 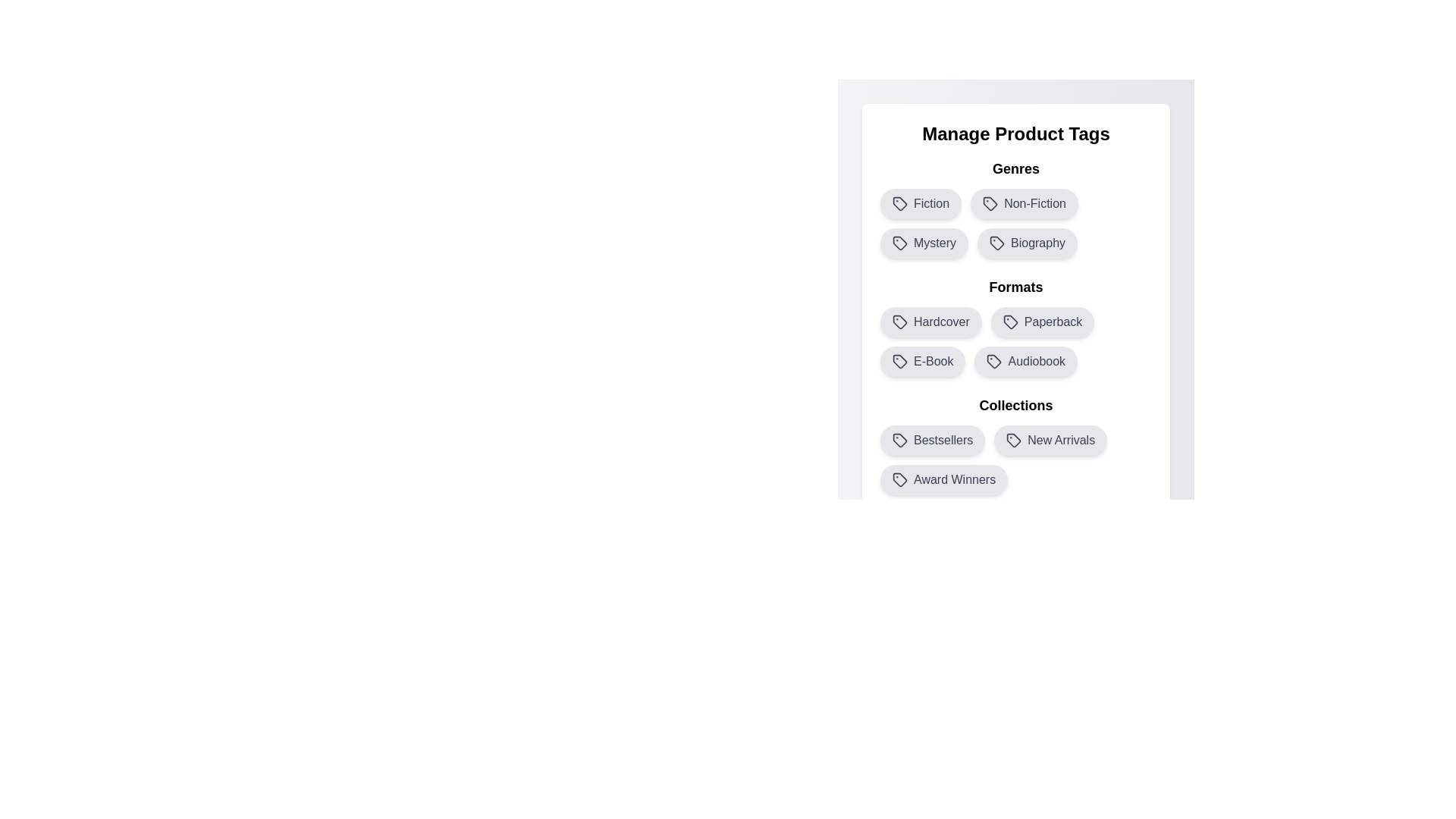 What do you see at coordinates (1050, 441) in the screenshot?
I see `the rounded light gray button labeled 'New Arrivals' which is the second button in the 'Collections' section, located to the right of the 'Bestsellers' button` at bounding box center [1050, 441].